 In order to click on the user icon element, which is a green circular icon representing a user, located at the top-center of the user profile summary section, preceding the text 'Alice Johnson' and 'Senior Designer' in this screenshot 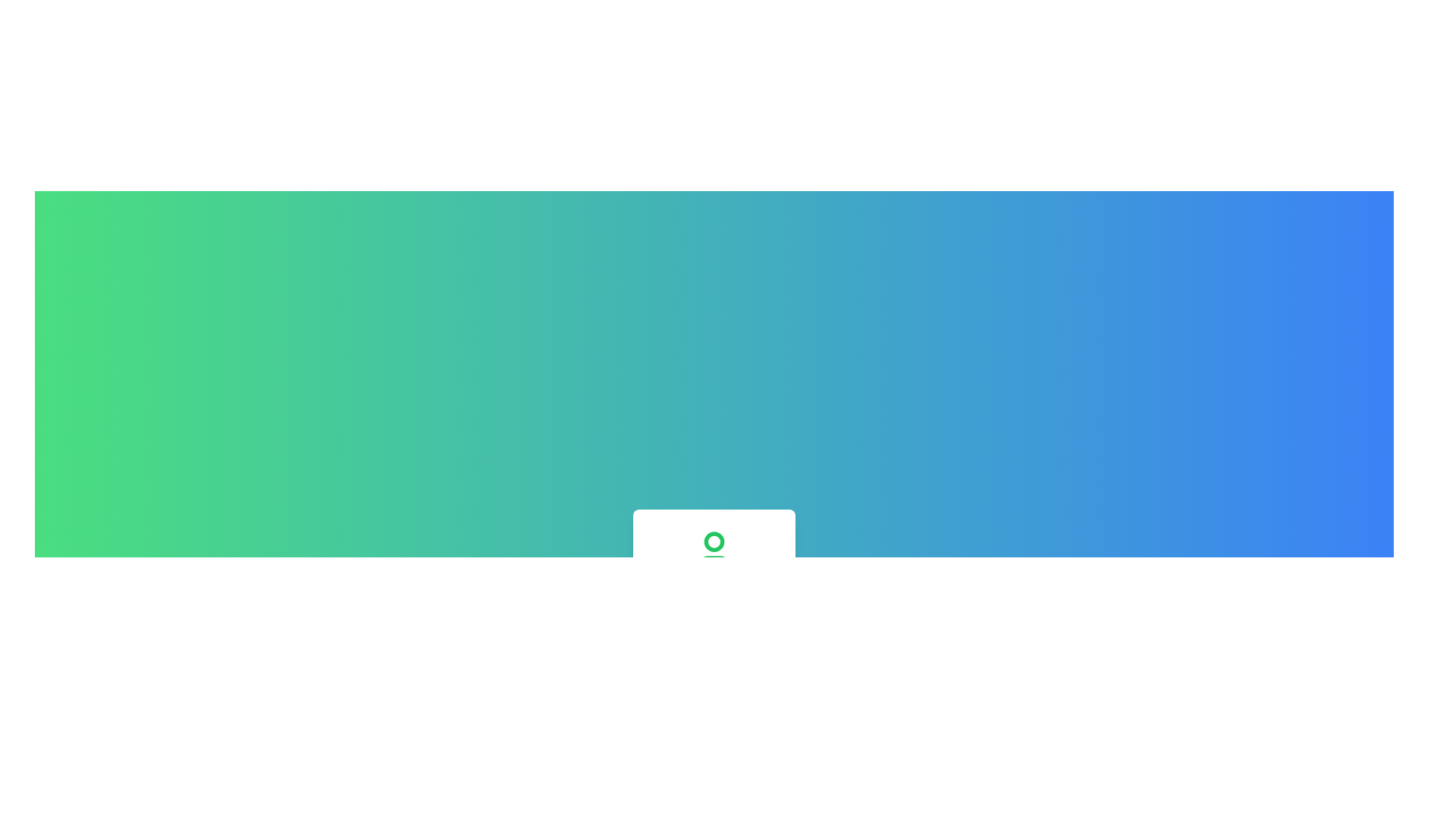, I will do `click(713, 552)`.